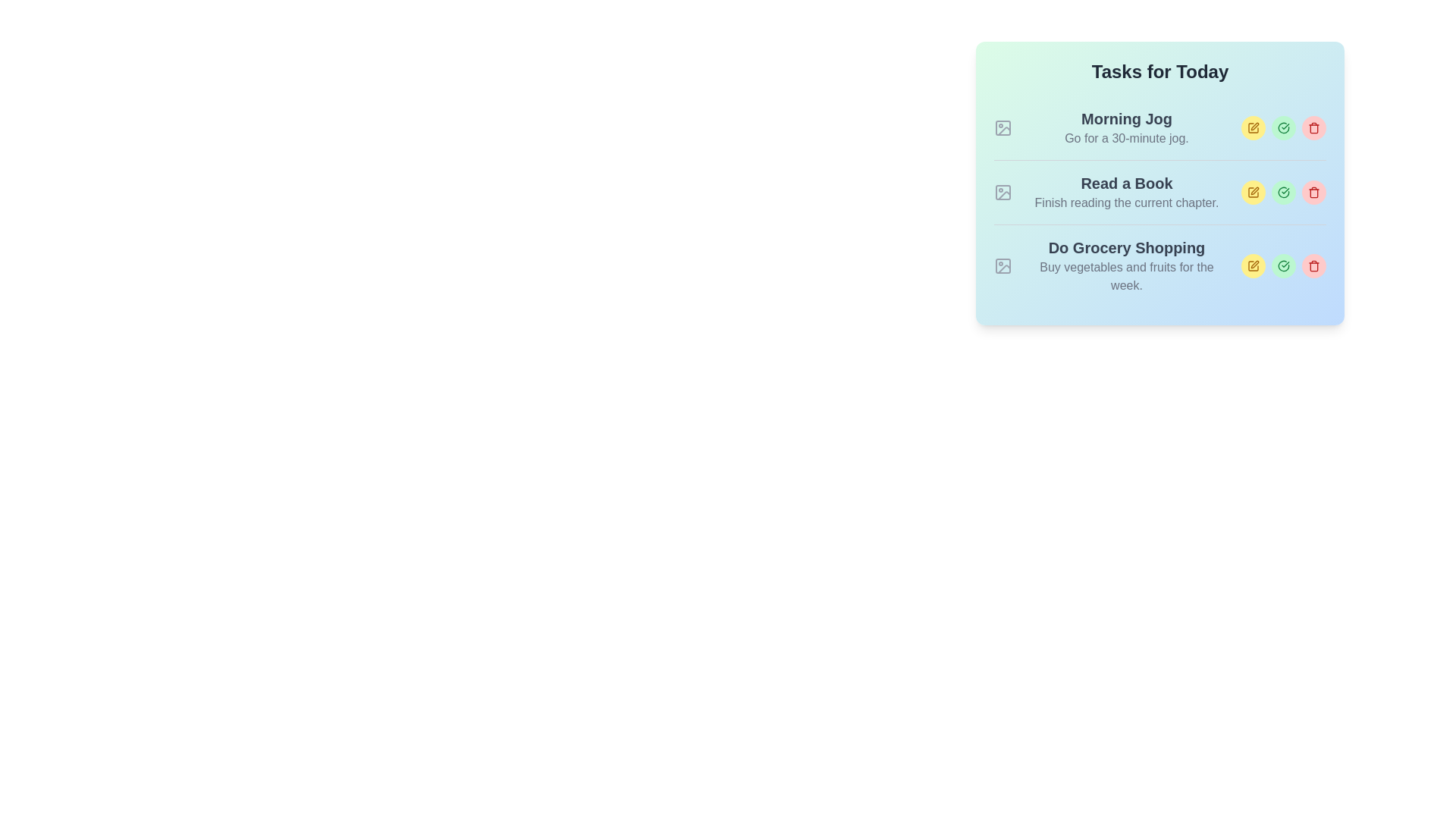 The height and width of the screenshot is (819, 1456). What do you see at coordinates (1127, 183) in the screenshot?
I see `the static text element that serves as the title for the second task in the task list, located in the task card titled 'Read a Book'` at bounding box center [1127, 183].